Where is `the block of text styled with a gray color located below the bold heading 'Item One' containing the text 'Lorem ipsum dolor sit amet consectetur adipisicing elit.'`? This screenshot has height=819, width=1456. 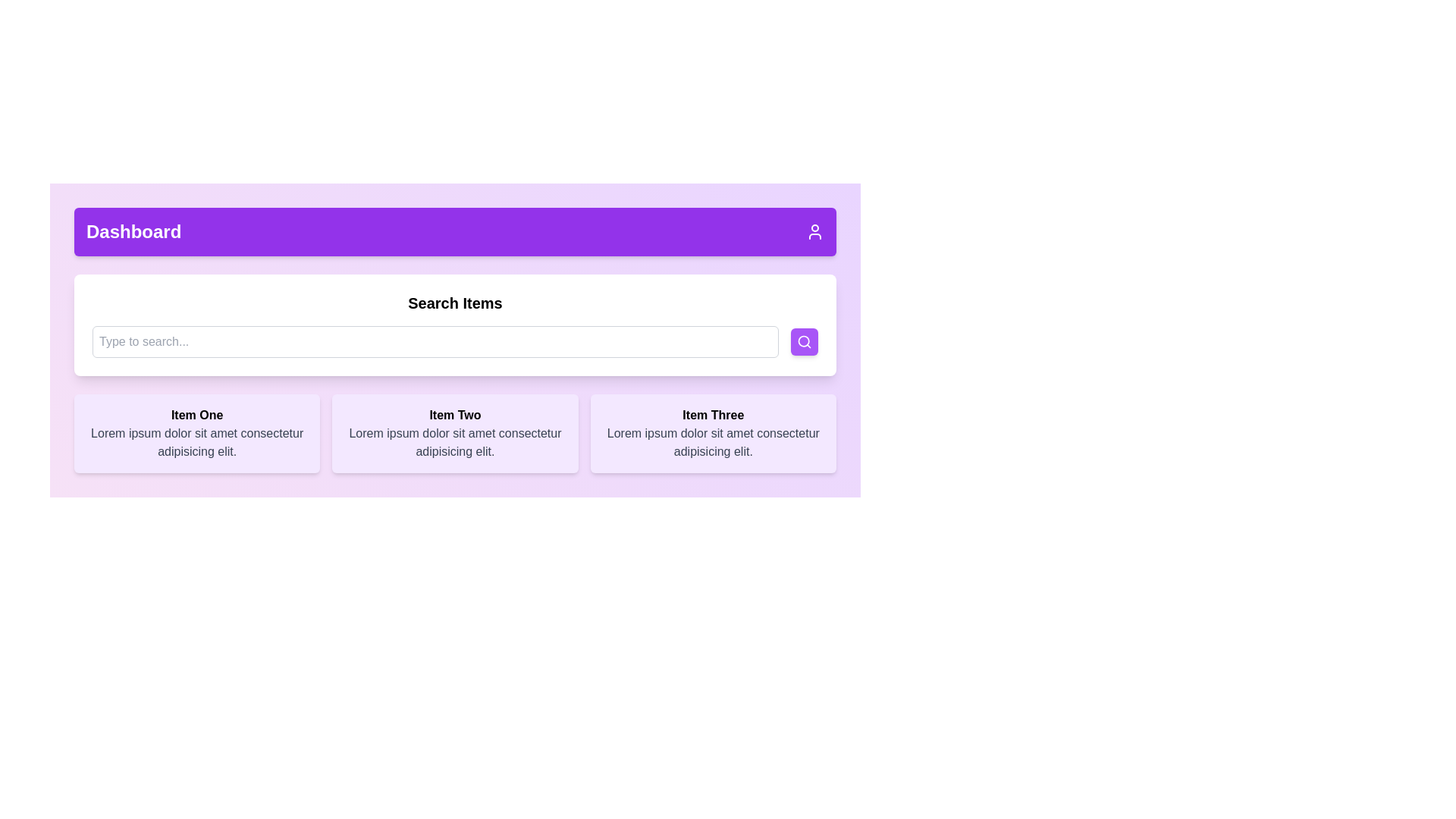
the block of text styled with a gray color located below the bold heading 'Item One' containing the text 'Lorem ipsum dolor sit amet consectetur adipisicing elit.' is located at coordinates (196, 442).